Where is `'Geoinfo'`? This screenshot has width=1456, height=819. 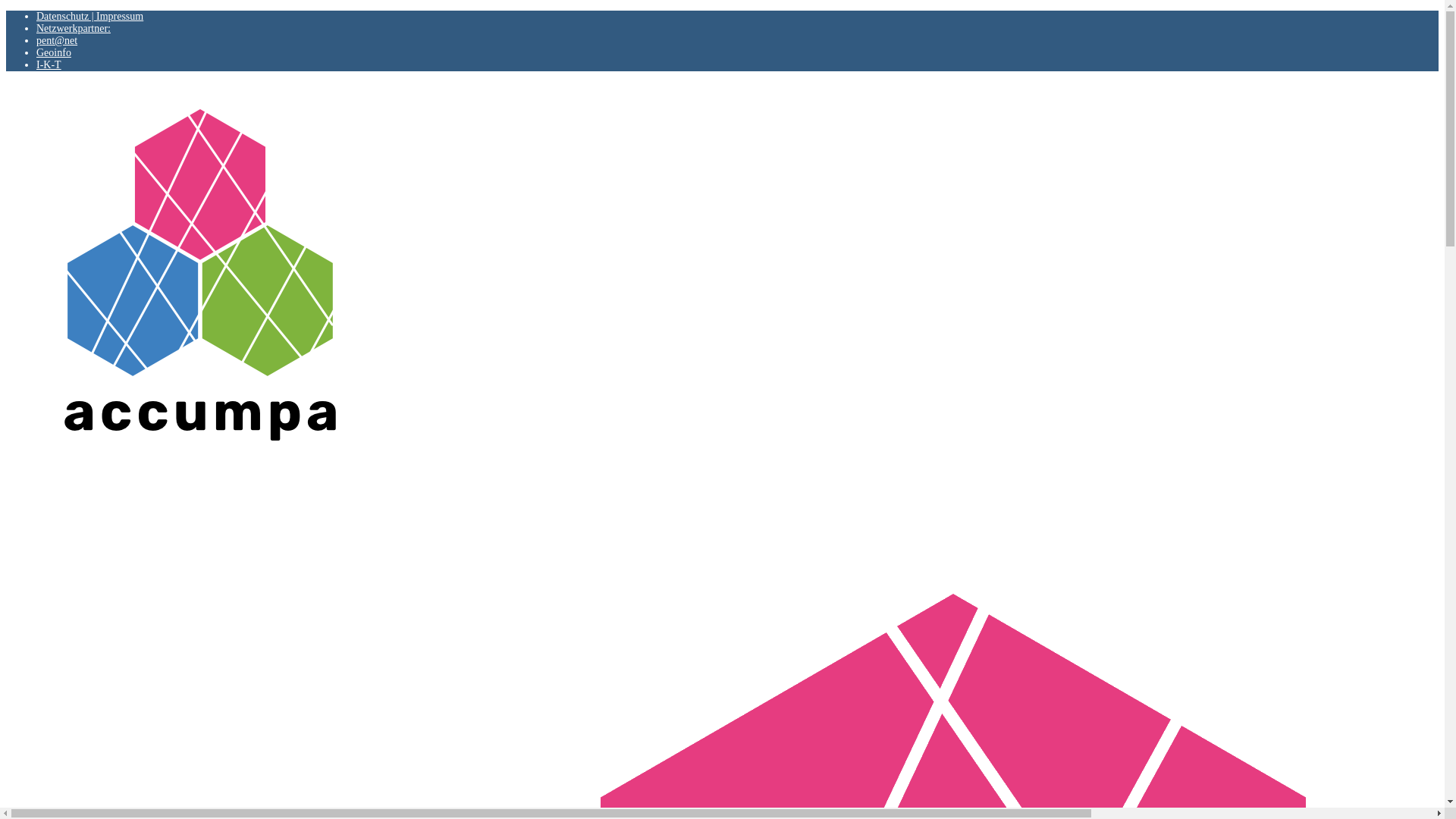
'Geoinfo' is located at coordinates (54, 52).